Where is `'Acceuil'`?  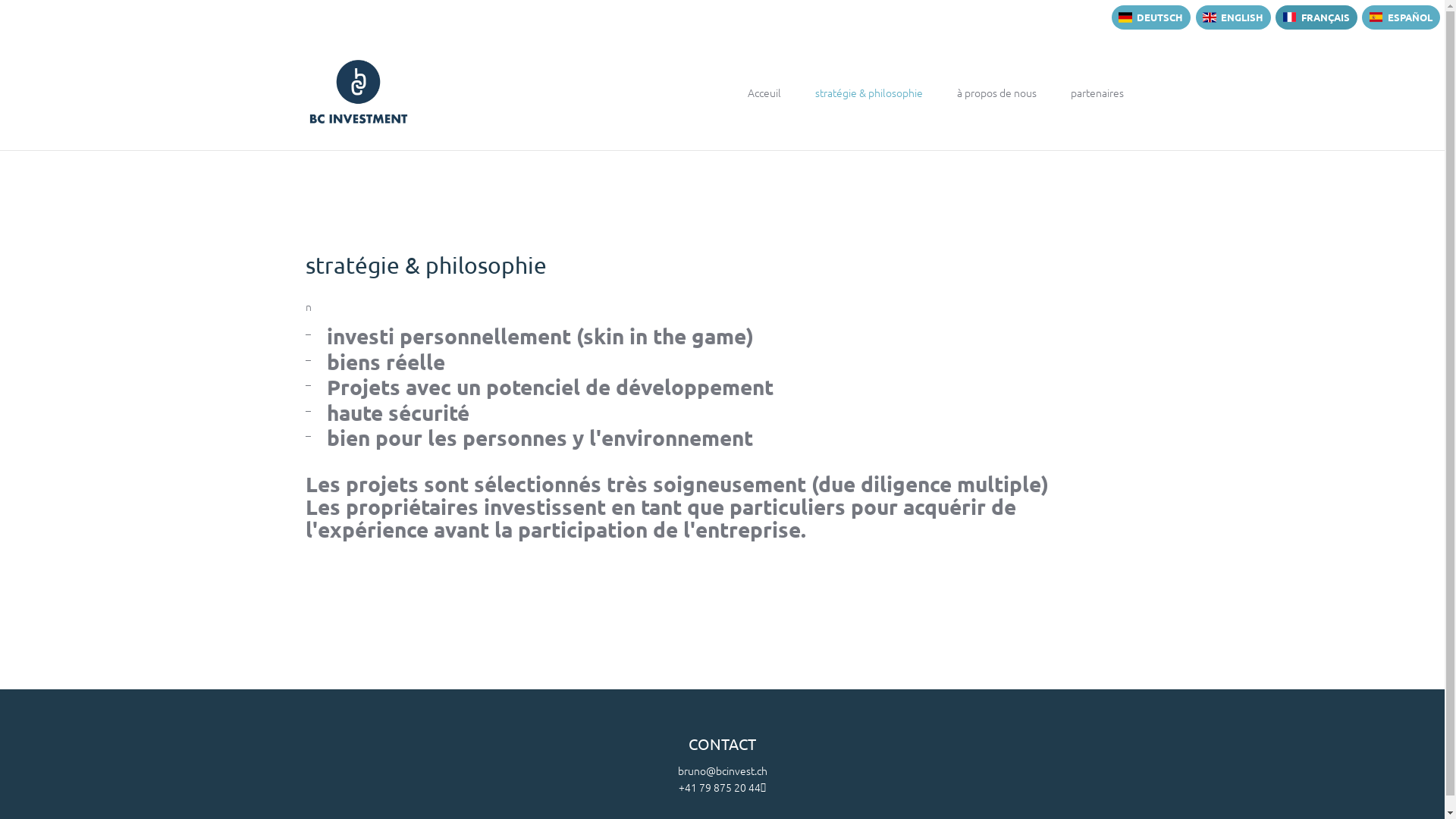 'Acceuil' is located at coordinates (764, 93).